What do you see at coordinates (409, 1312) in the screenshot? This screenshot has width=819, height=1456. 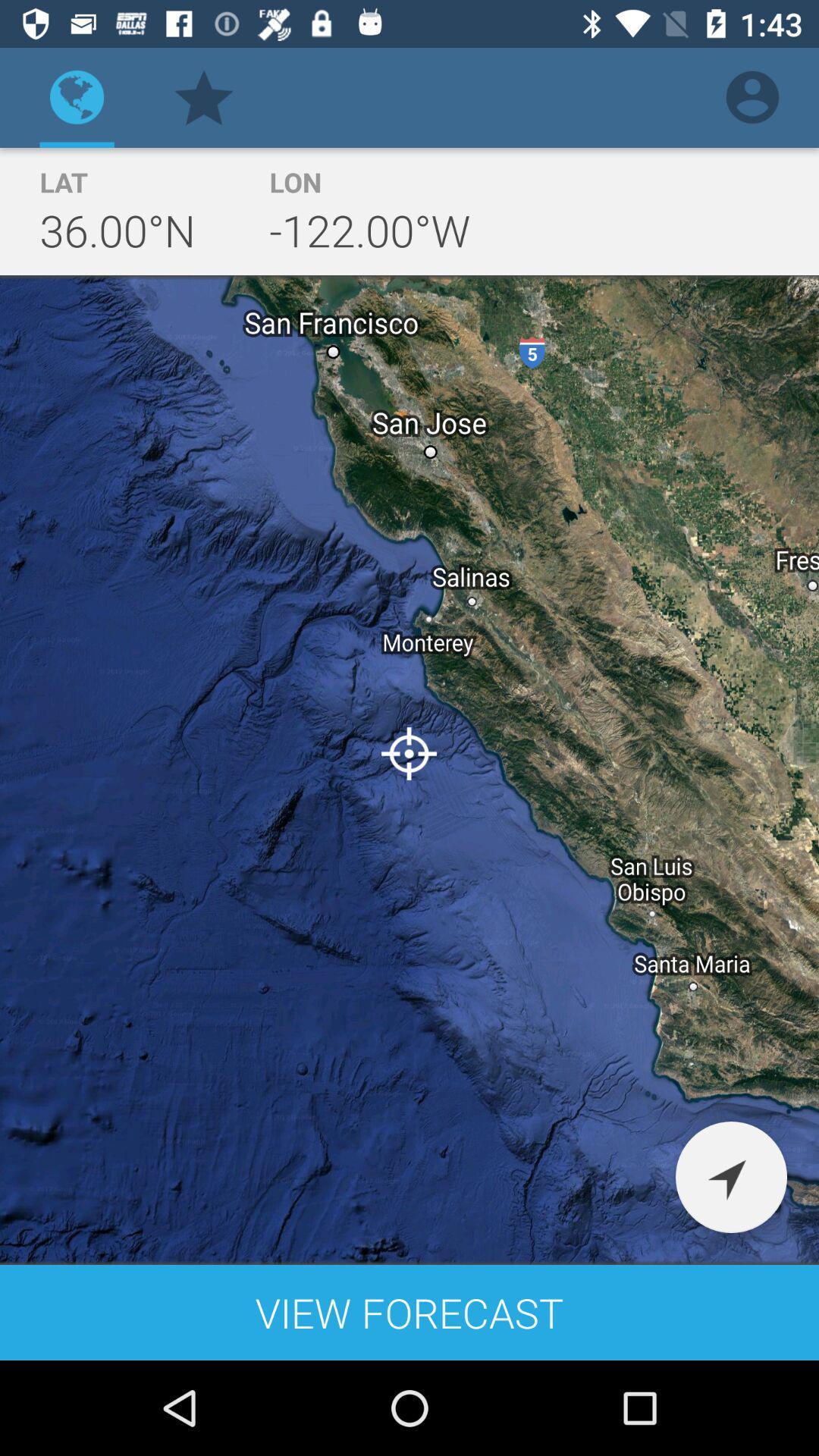 I see `view forecast item` at bounding box center [409, 1312].